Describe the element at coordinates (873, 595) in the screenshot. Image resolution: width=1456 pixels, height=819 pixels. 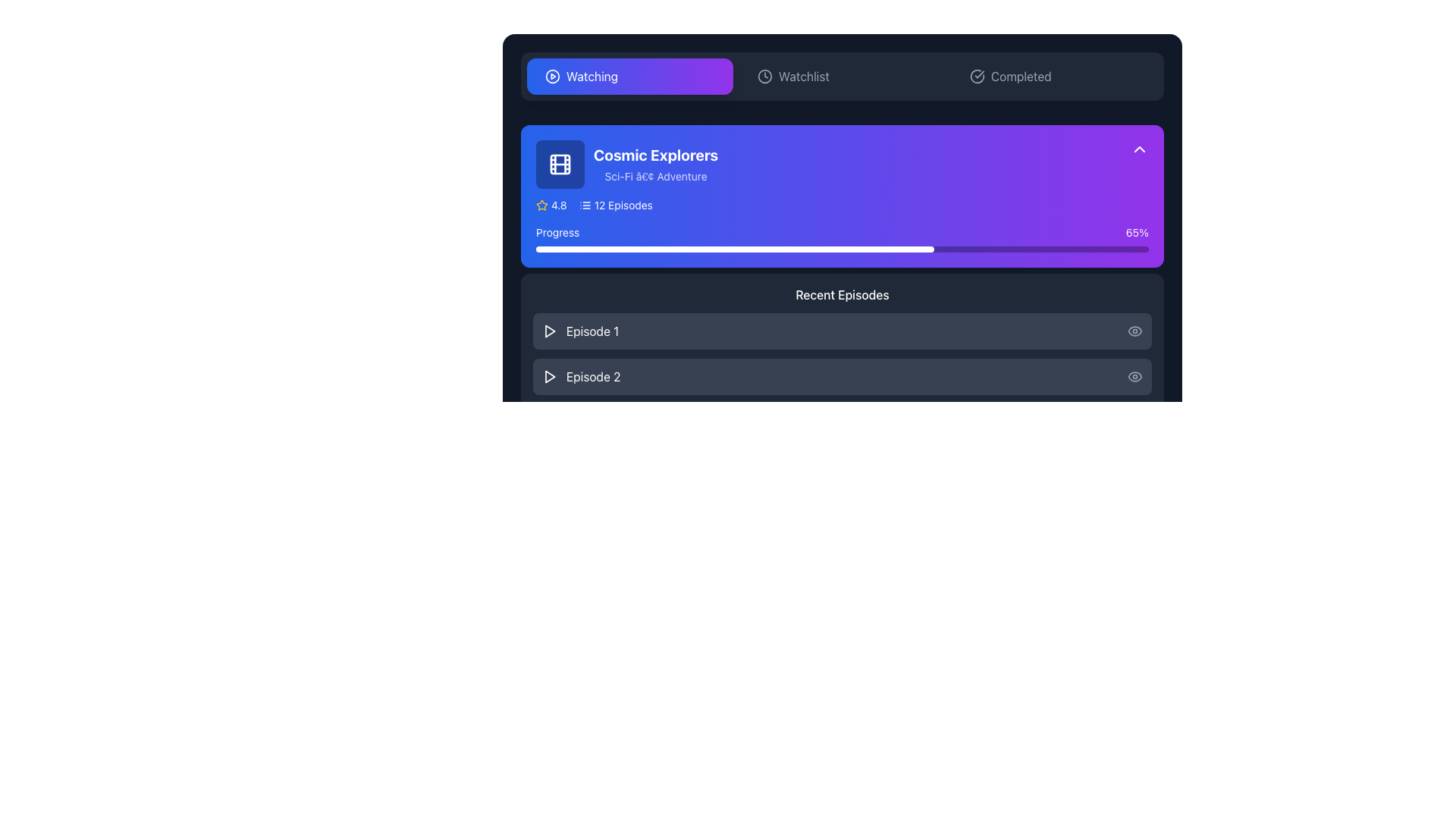
I see `the progress` at that location.